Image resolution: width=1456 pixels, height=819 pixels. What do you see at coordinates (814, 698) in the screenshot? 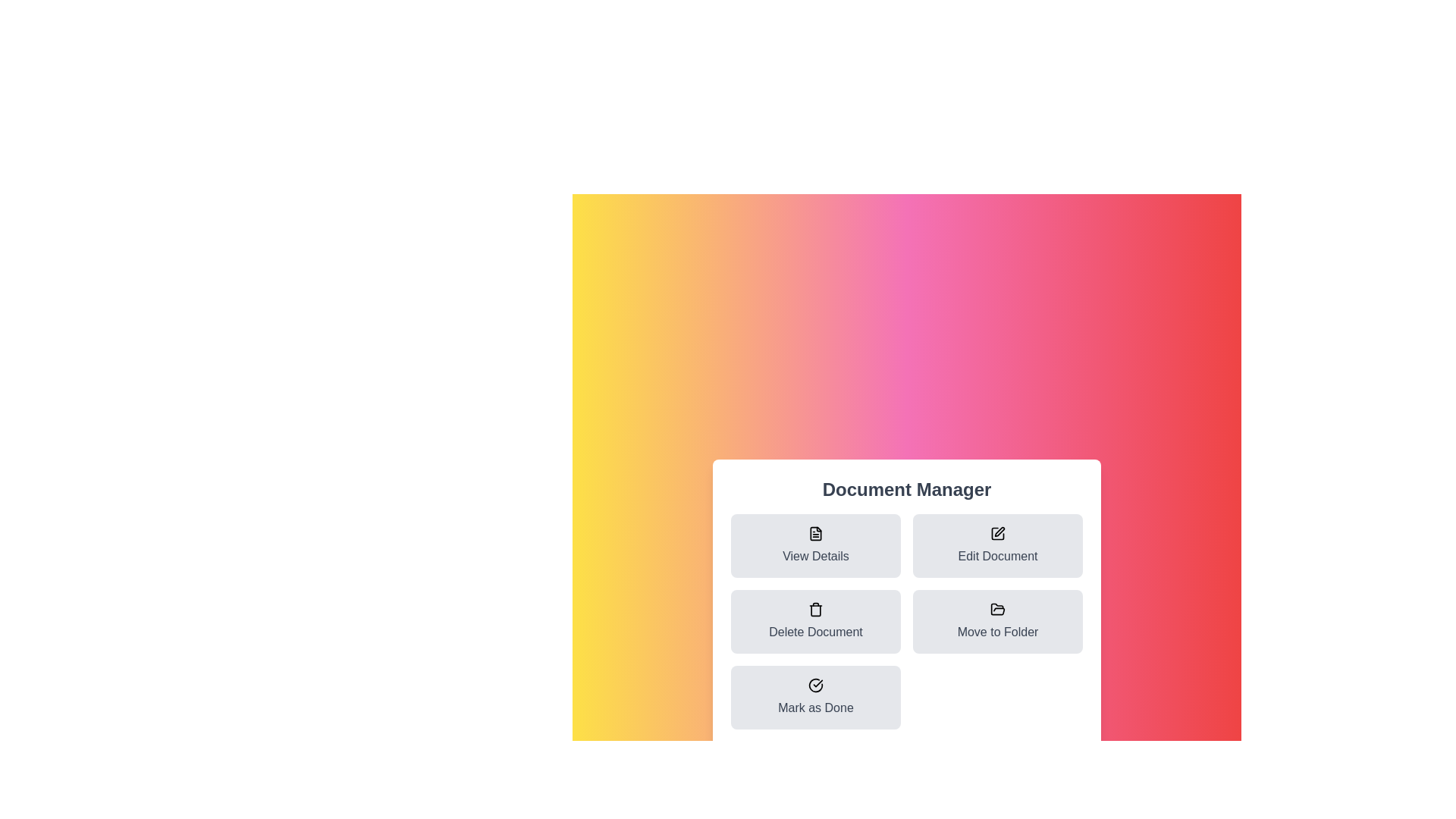
I see `the 'Mark as Done' button to mark the document as completed` at bounding box center [814, 698].